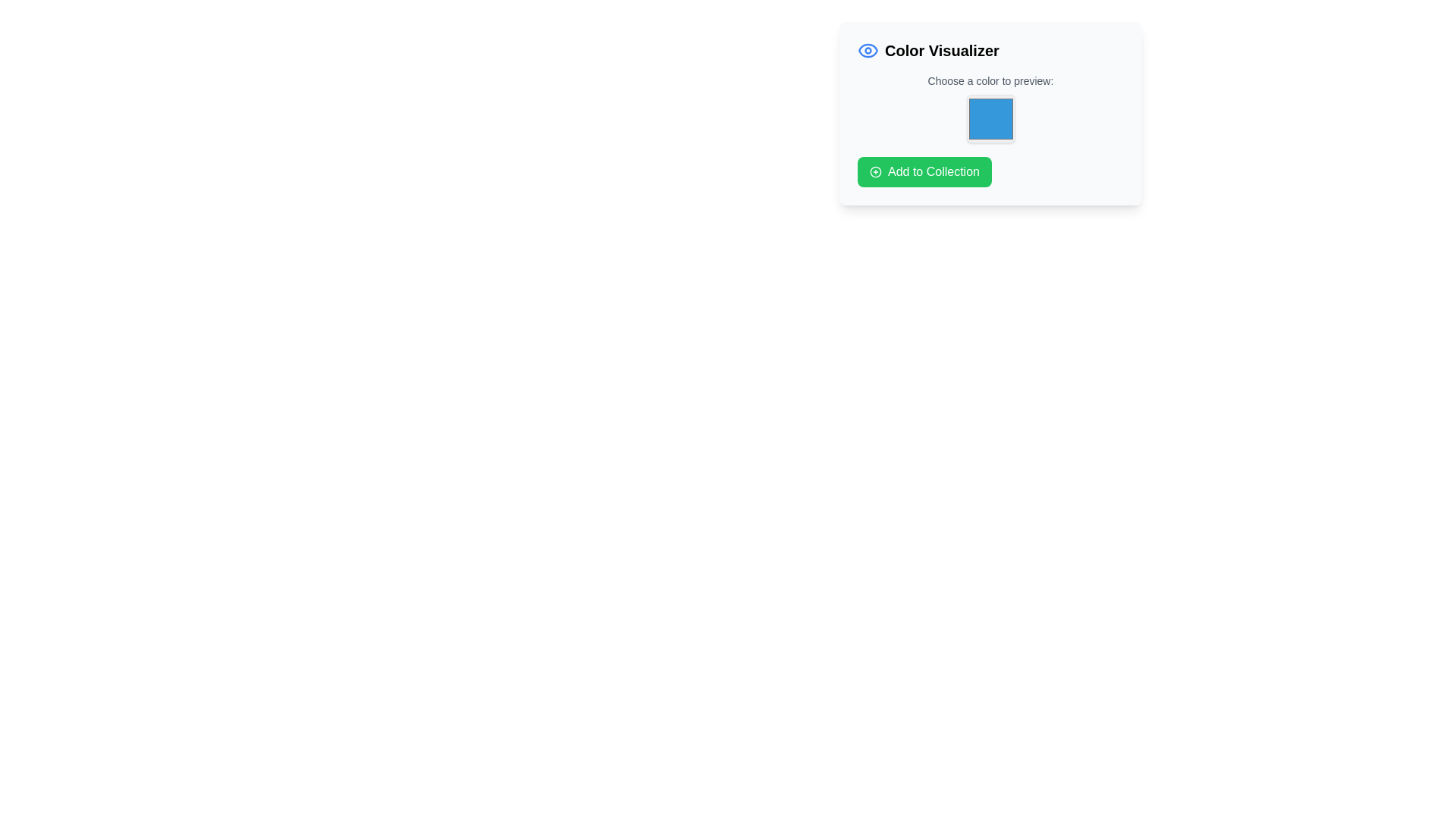 This screenshot has height=819, width=1456. Describe the element at coordinates (876, 171) in the screenshot. I see `the icon associated with the 'Add to Collection' button` at that location.